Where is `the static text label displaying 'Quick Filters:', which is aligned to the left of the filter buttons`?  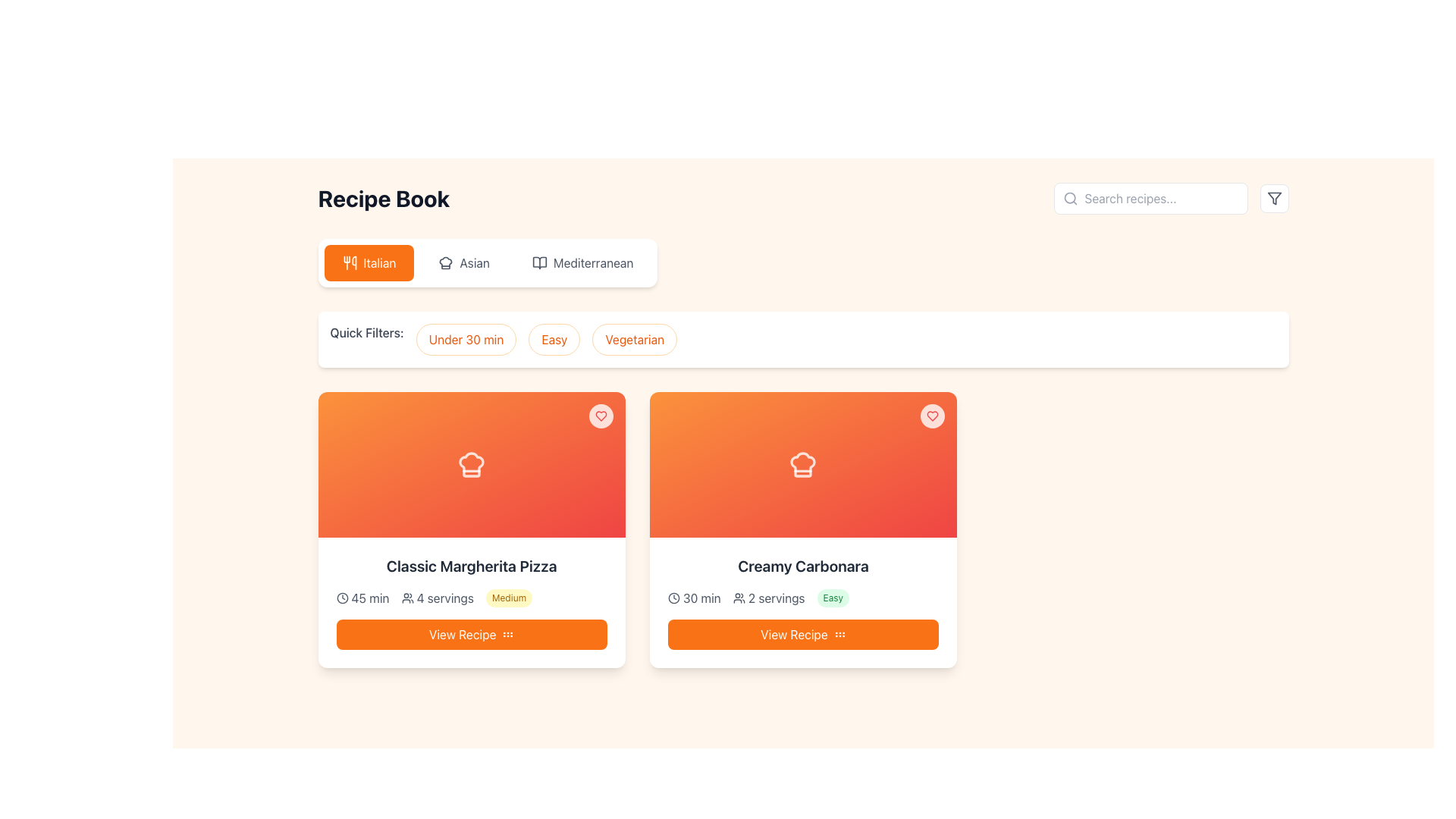 the static text label displaying 'Quick Filters:', which is aligned to the left of the filter buttons is located at coordinates (367, 338).